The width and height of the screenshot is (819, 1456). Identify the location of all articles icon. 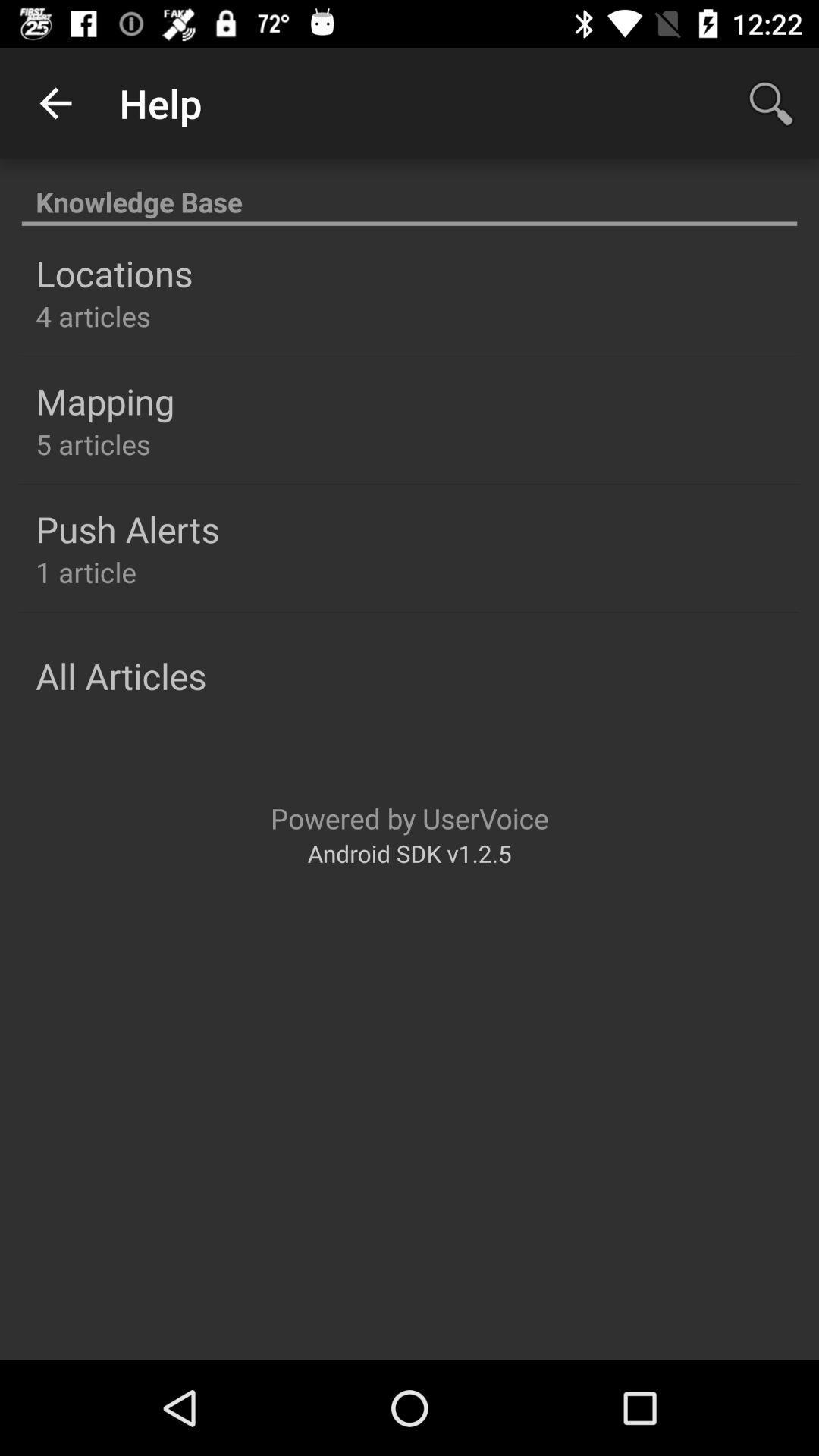
(120, 675).